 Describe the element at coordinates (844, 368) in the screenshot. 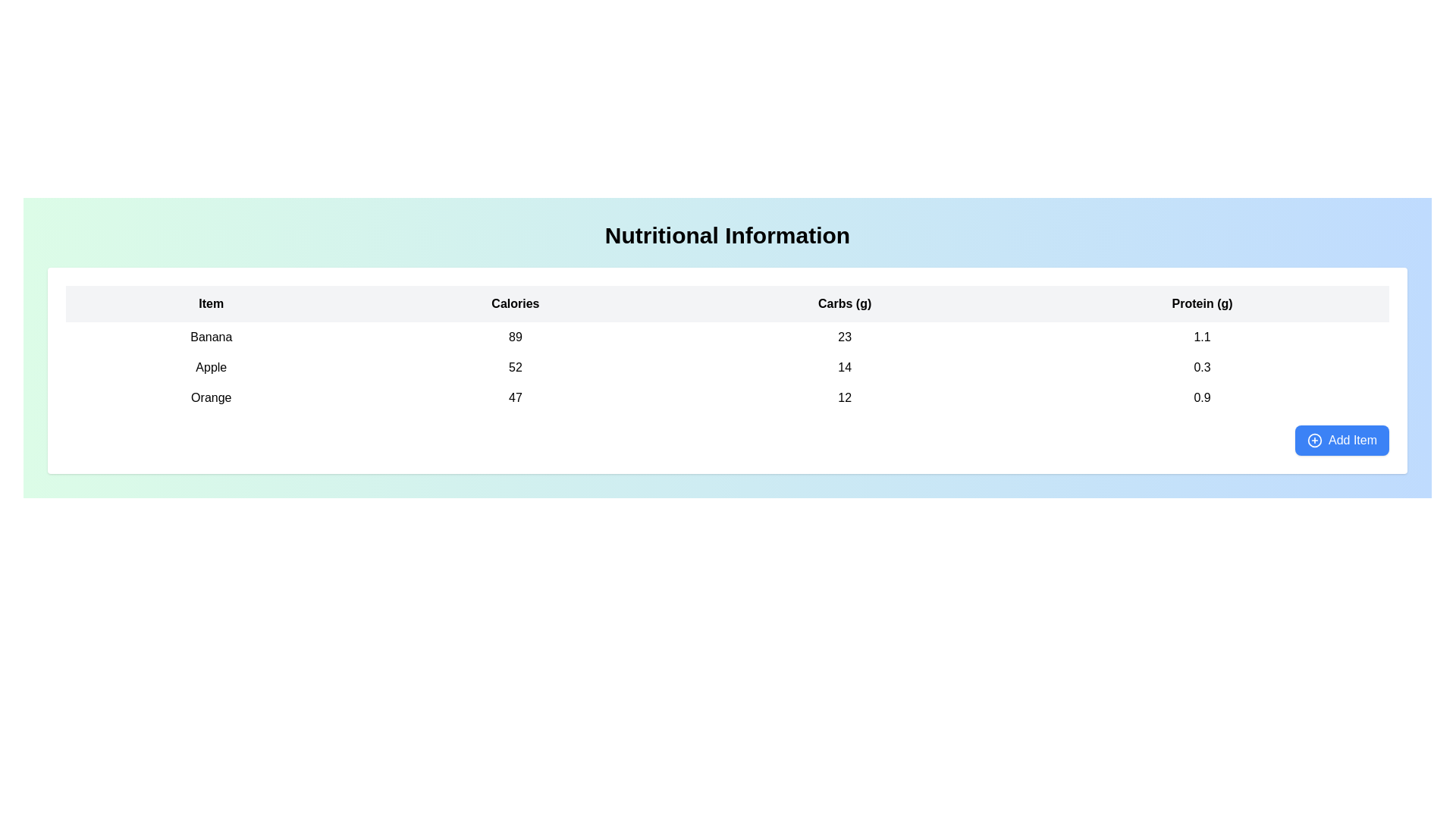

I see `the numerical text label '14' in the 'Carbs (g)' column for the 'Apple' row, which is styled in black font against a white background` at that location.